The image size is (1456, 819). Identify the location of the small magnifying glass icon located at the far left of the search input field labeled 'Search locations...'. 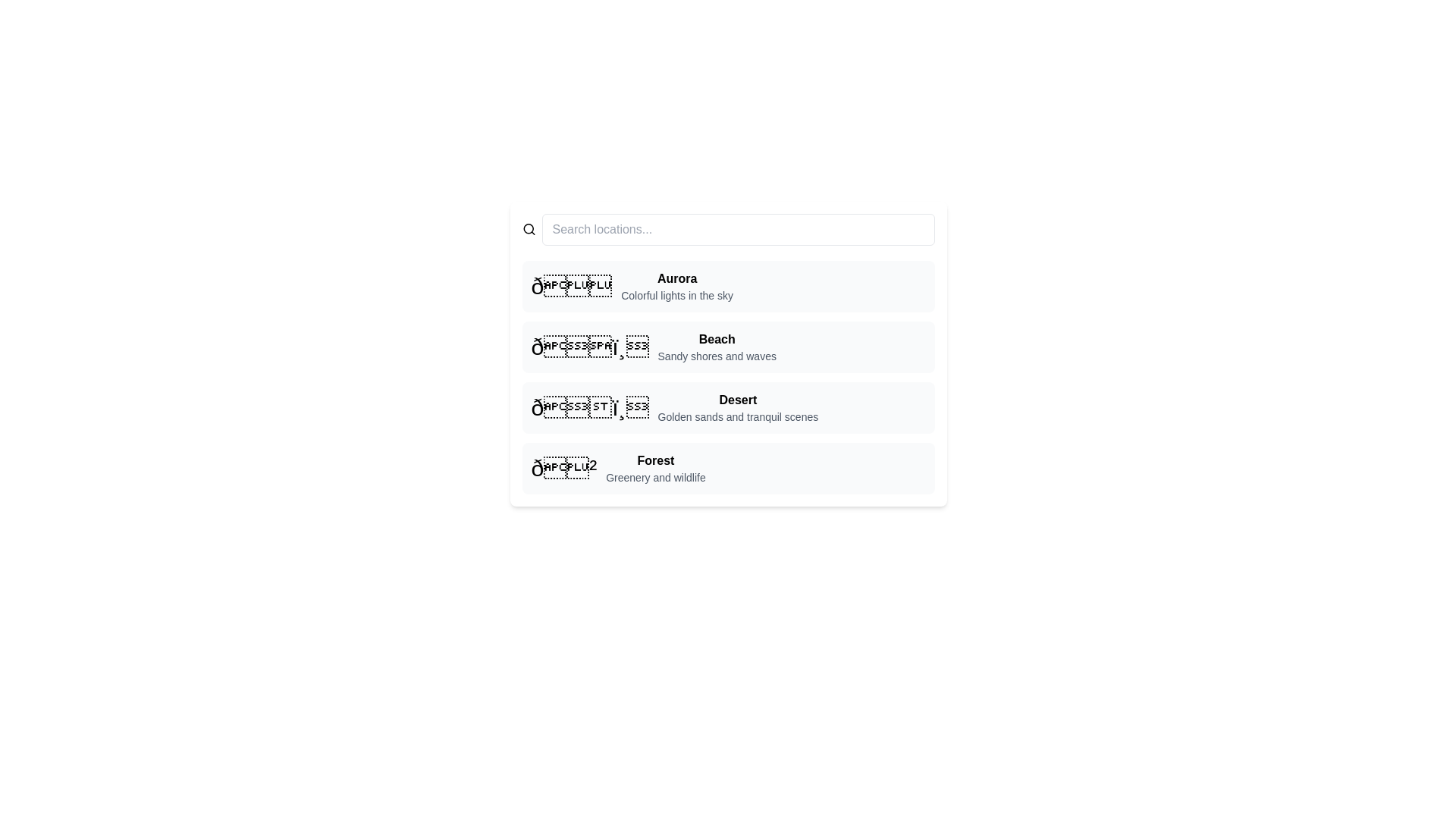
(528, 230).